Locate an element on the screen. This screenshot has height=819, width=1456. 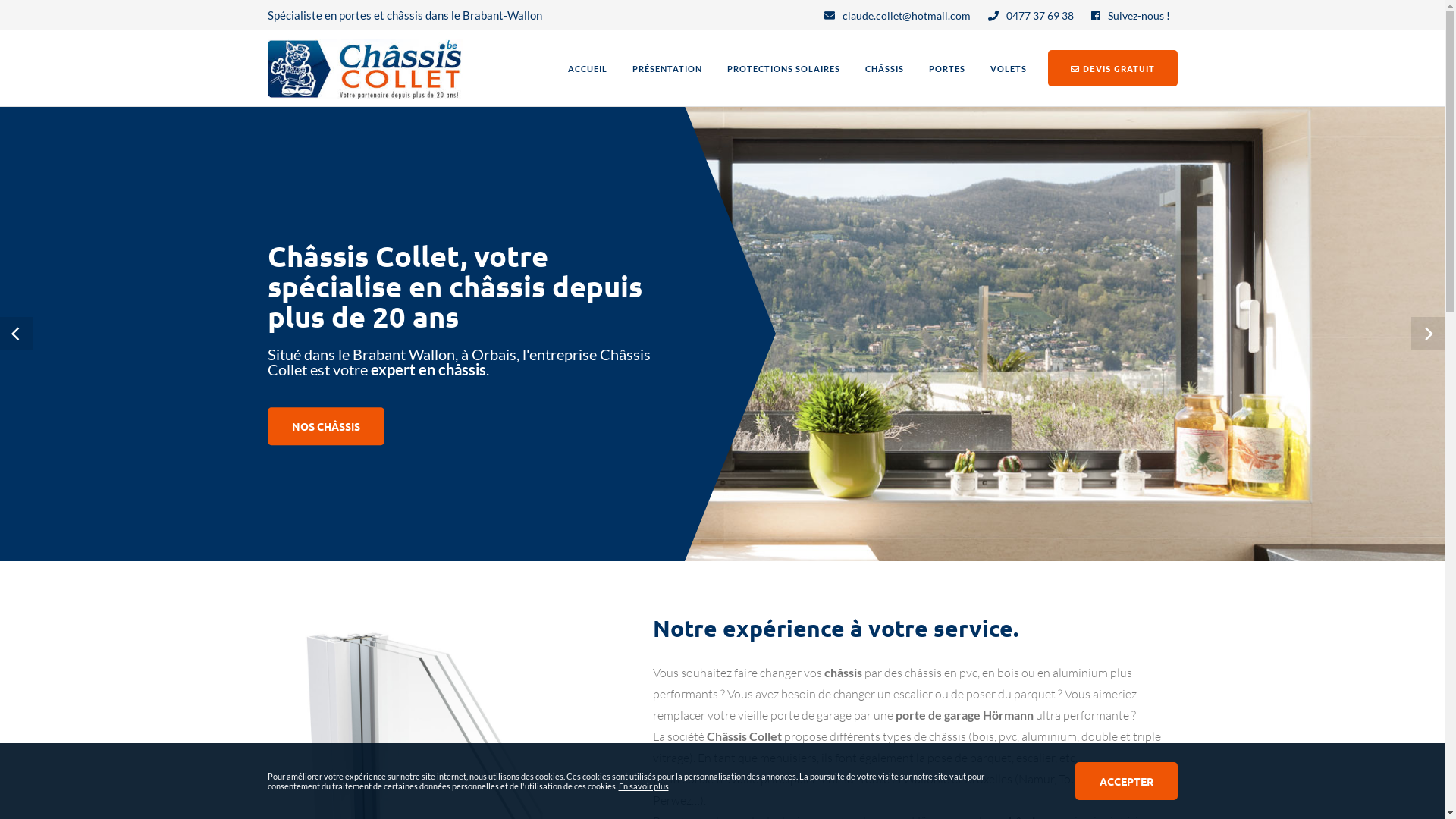
'VOLETS' is located at coordinates (978, 69).